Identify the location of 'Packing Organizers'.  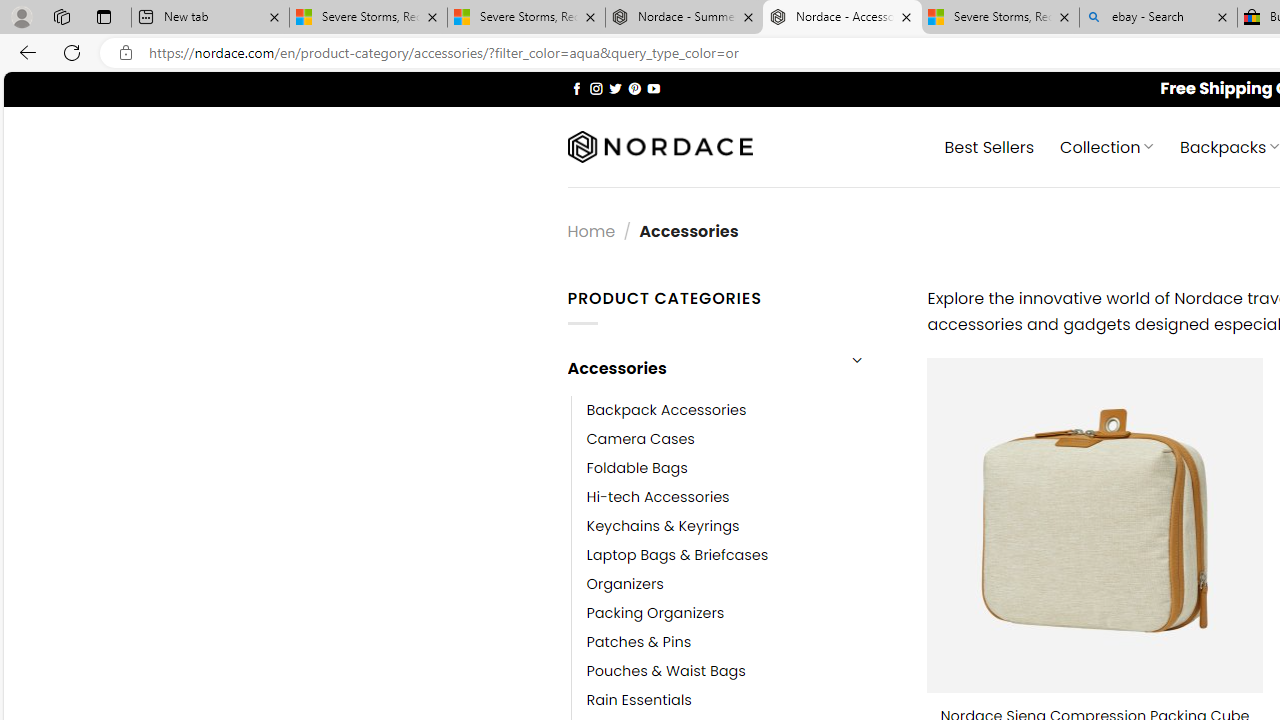
(655, 613).